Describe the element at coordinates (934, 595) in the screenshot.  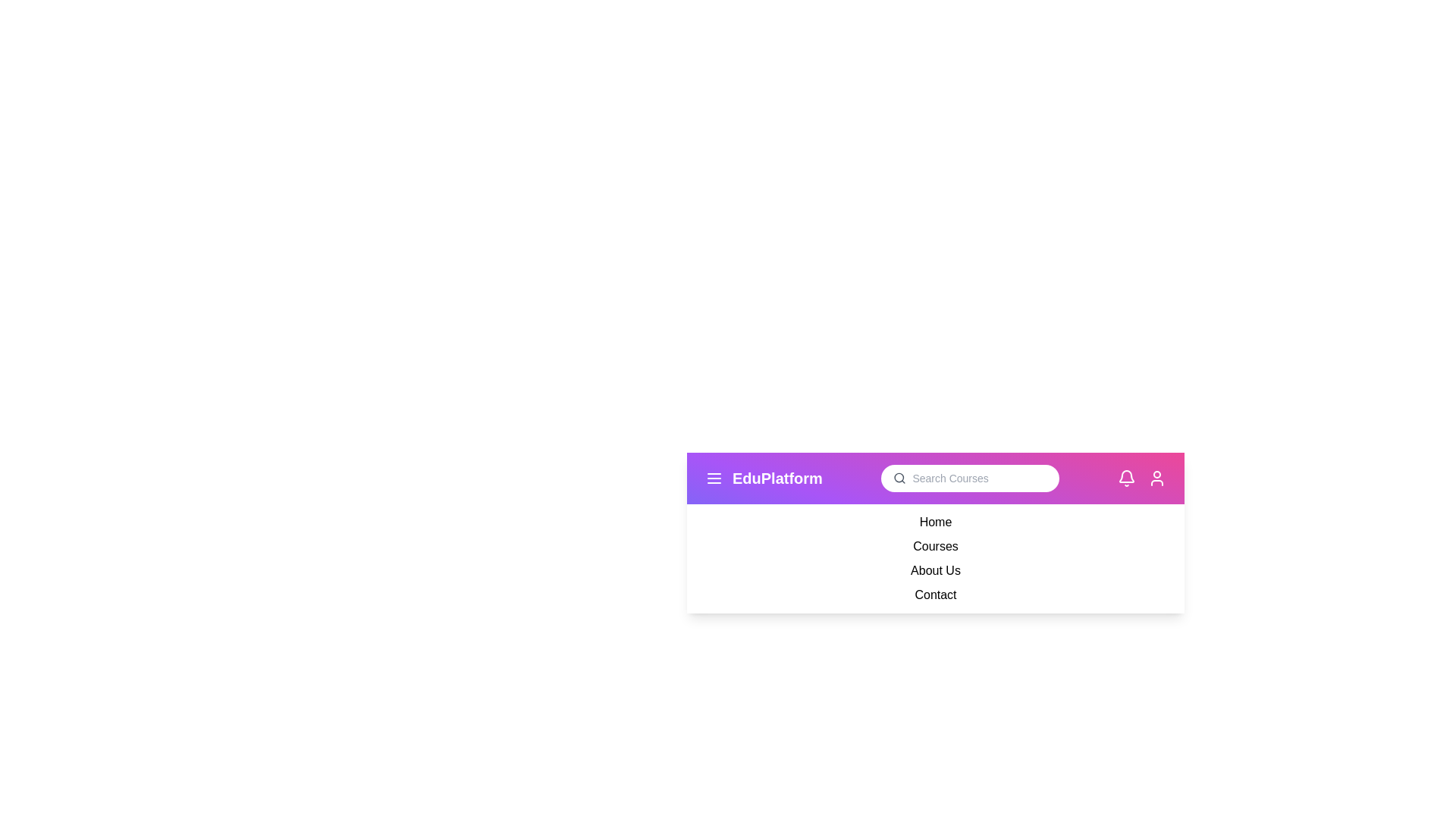
I see `the dropdown menu item Contact` at that location.